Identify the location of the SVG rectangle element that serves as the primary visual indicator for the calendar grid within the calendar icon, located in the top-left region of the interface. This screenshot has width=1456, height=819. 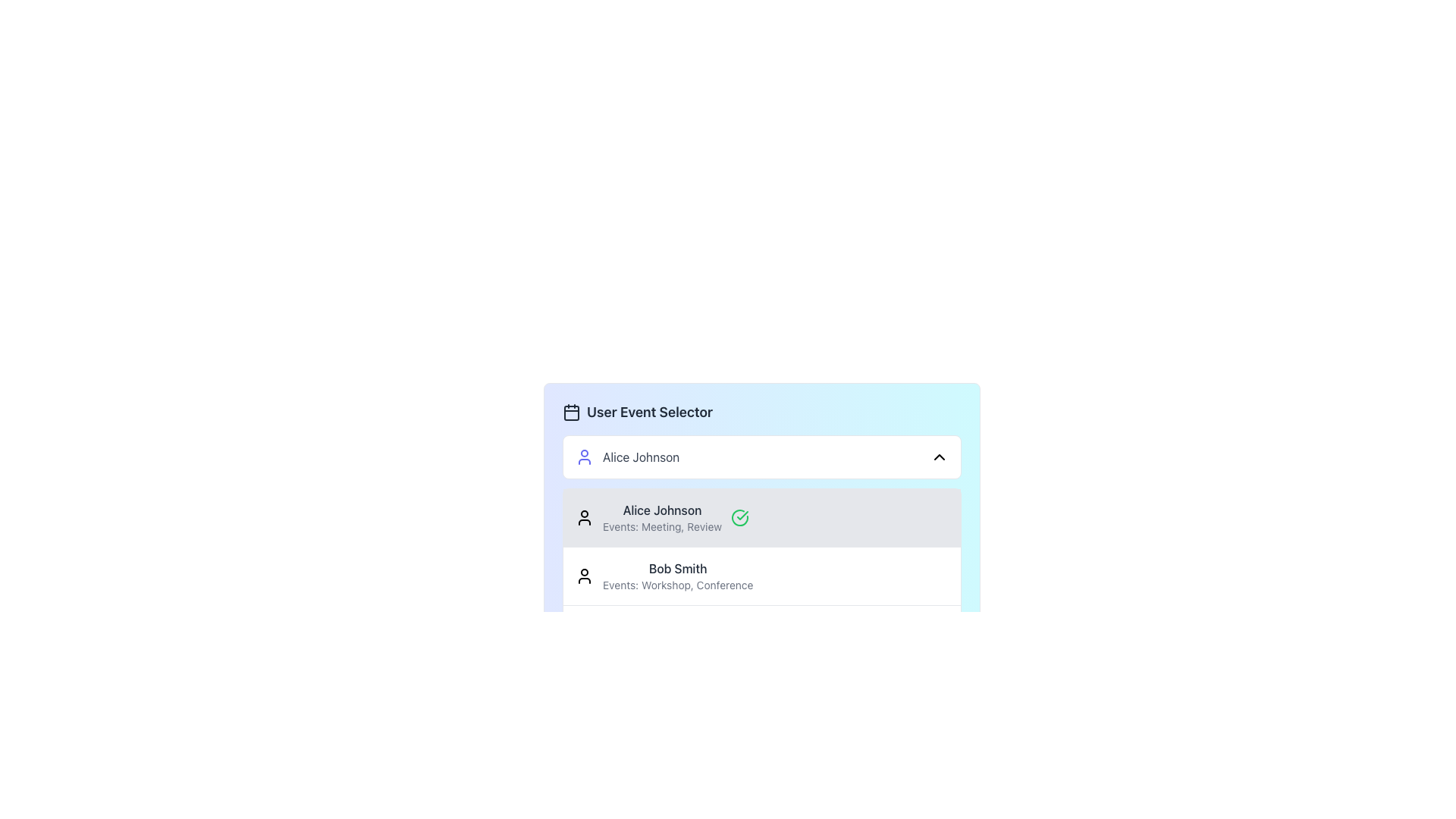
(570, 413).